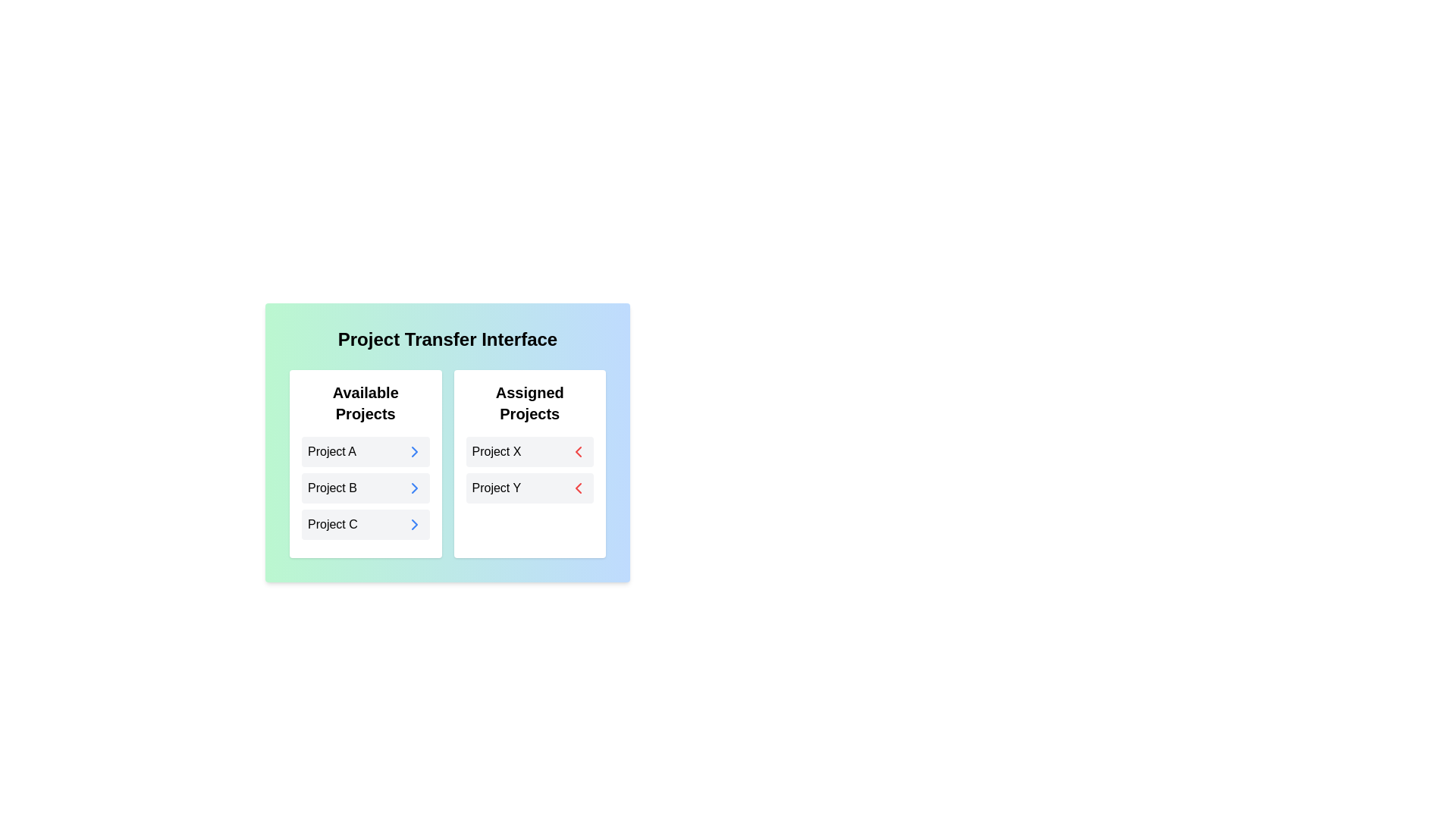  Describe the element at coordinates (414, 488) in the screenshot. I see `the rightward-pointing blue arrow icon button next to 'Project B' to move it from the 'Available Projects' list to the 'Assigned Projects' list` at that location.